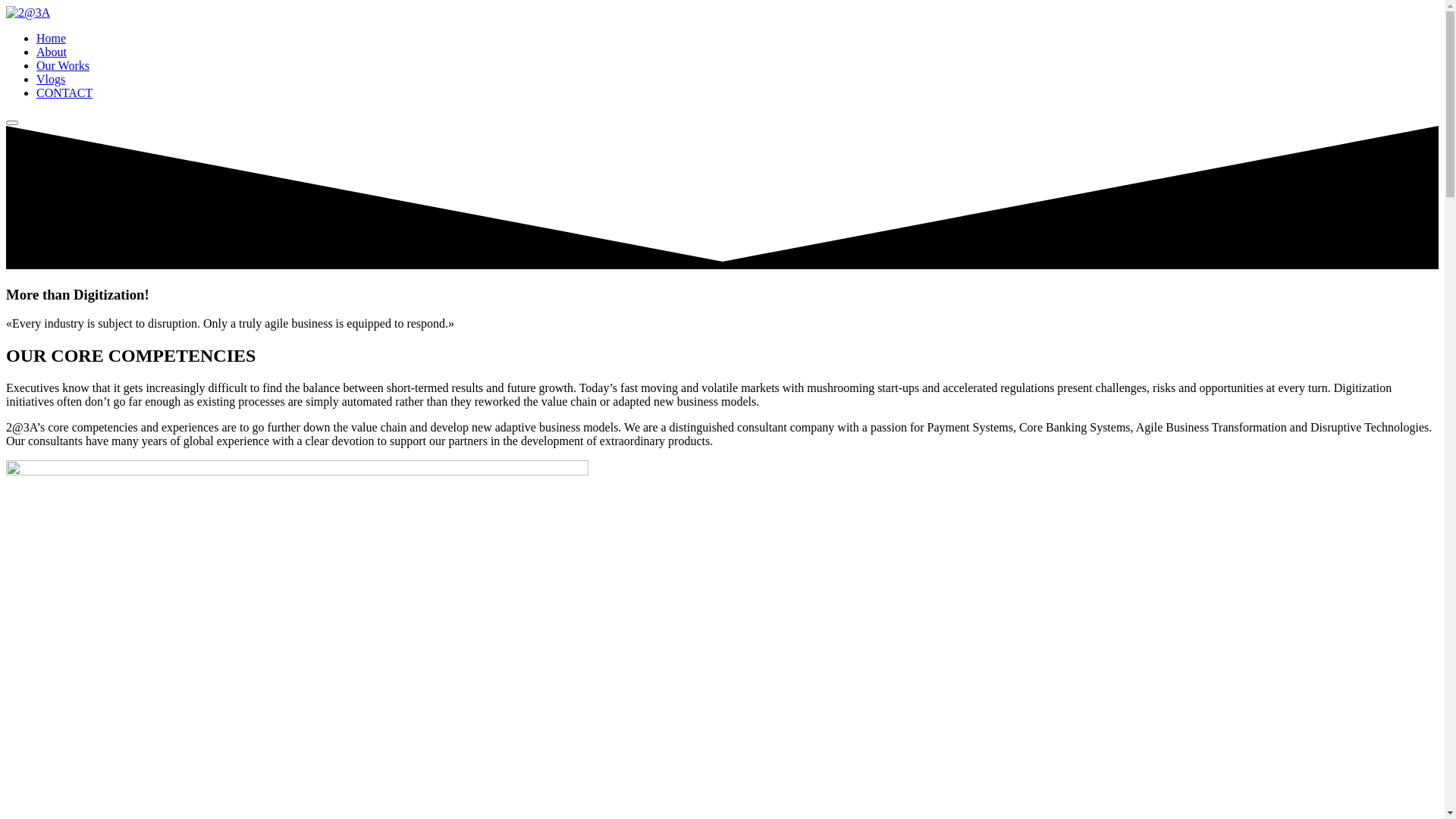 Image resolution: width=1456 pixels, height=819 pixels. Describe the element at coordinates (11, 122) in the screenshot. I see `'Main menu'` at that location.